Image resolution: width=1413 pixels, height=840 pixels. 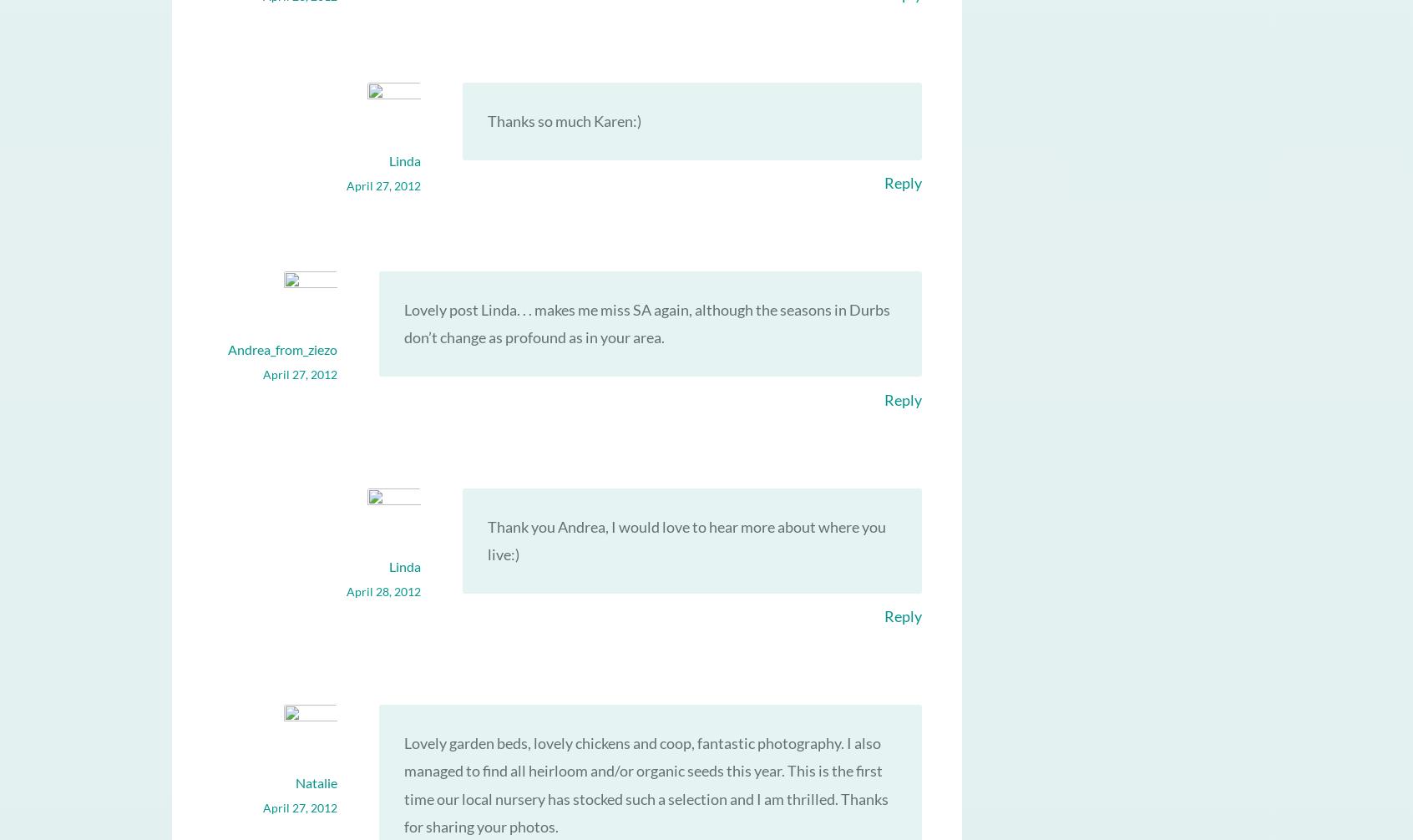 What do you see at coordinates (645, 783) in the screenshot?
I see `'Lovely garden beds, lovely chickens and coop, fantastic photography.  I also managed to find all heirloom and/or organic seeds this year.  This is the first time our local nursery has stocked such a selection and I am thrilled.  Thanks for sharing your photos.'` at bounding box center [645, 783].